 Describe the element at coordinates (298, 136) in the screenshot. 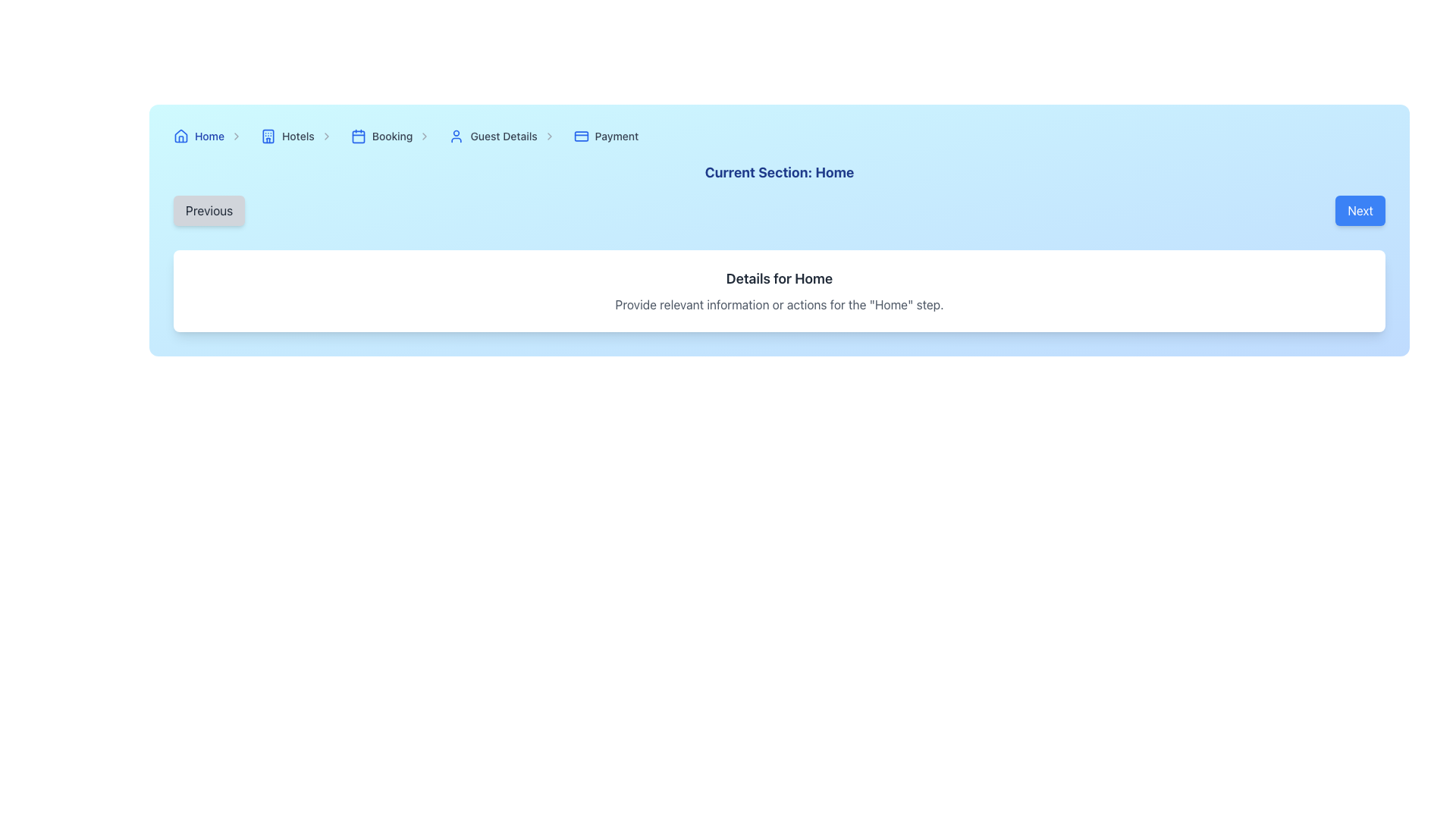

I see `the hyperlink in the navigation bar that redirects to the Hotels page to trigger the color change effect` at that location.